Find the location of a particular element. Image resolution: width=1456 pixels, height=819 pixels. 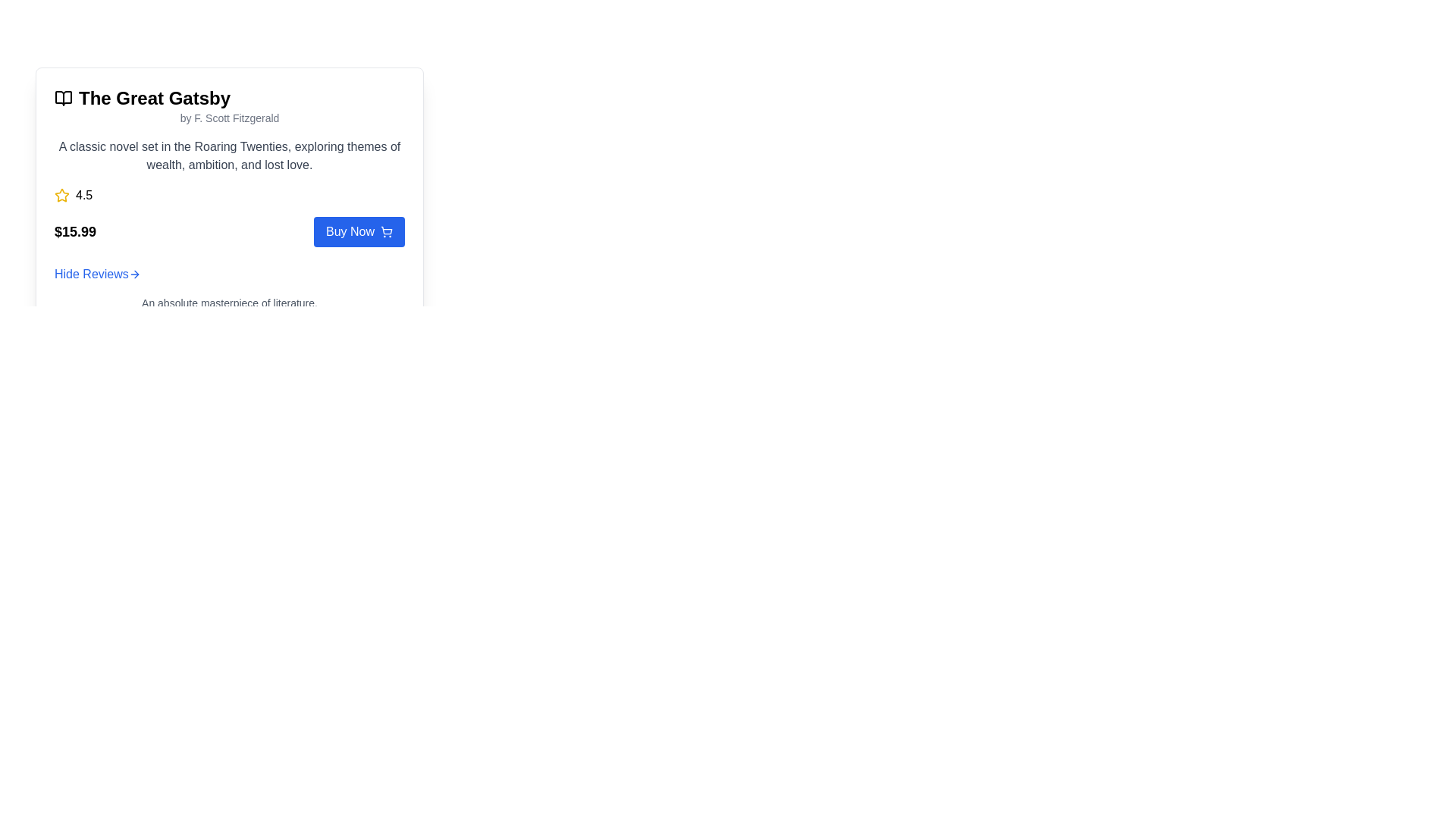

the text label displaying 'by F. Scott Fitzgerald' in gray font, which is positioned below the title 'The Great Gatsby' is located at coordinates (228, 117).